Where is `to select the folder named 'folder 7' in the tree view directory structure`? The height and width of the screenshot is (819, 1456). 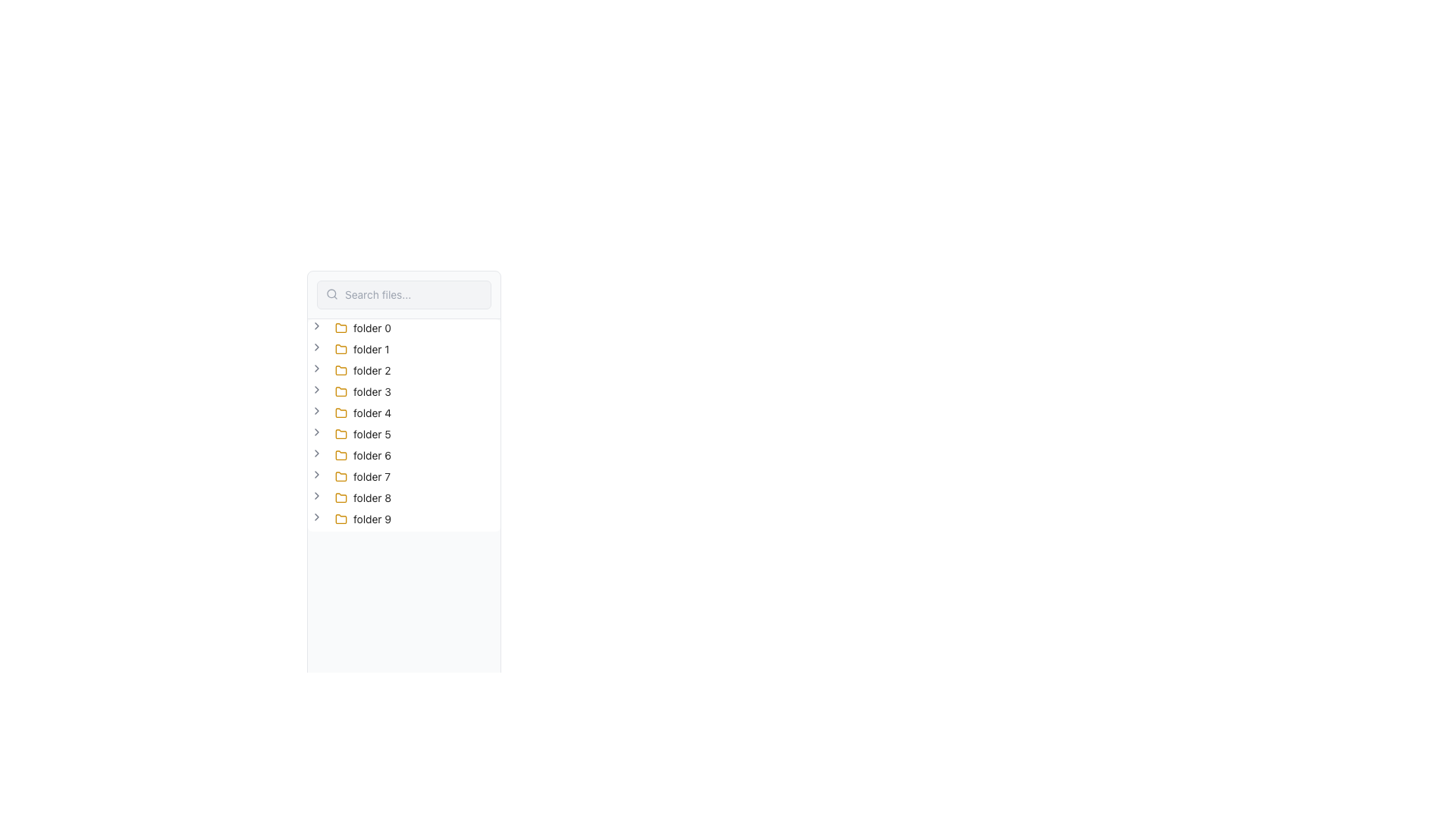
to select the folder named 'folder 7' in the tree view directory structure is located at coordinates (362, 475).